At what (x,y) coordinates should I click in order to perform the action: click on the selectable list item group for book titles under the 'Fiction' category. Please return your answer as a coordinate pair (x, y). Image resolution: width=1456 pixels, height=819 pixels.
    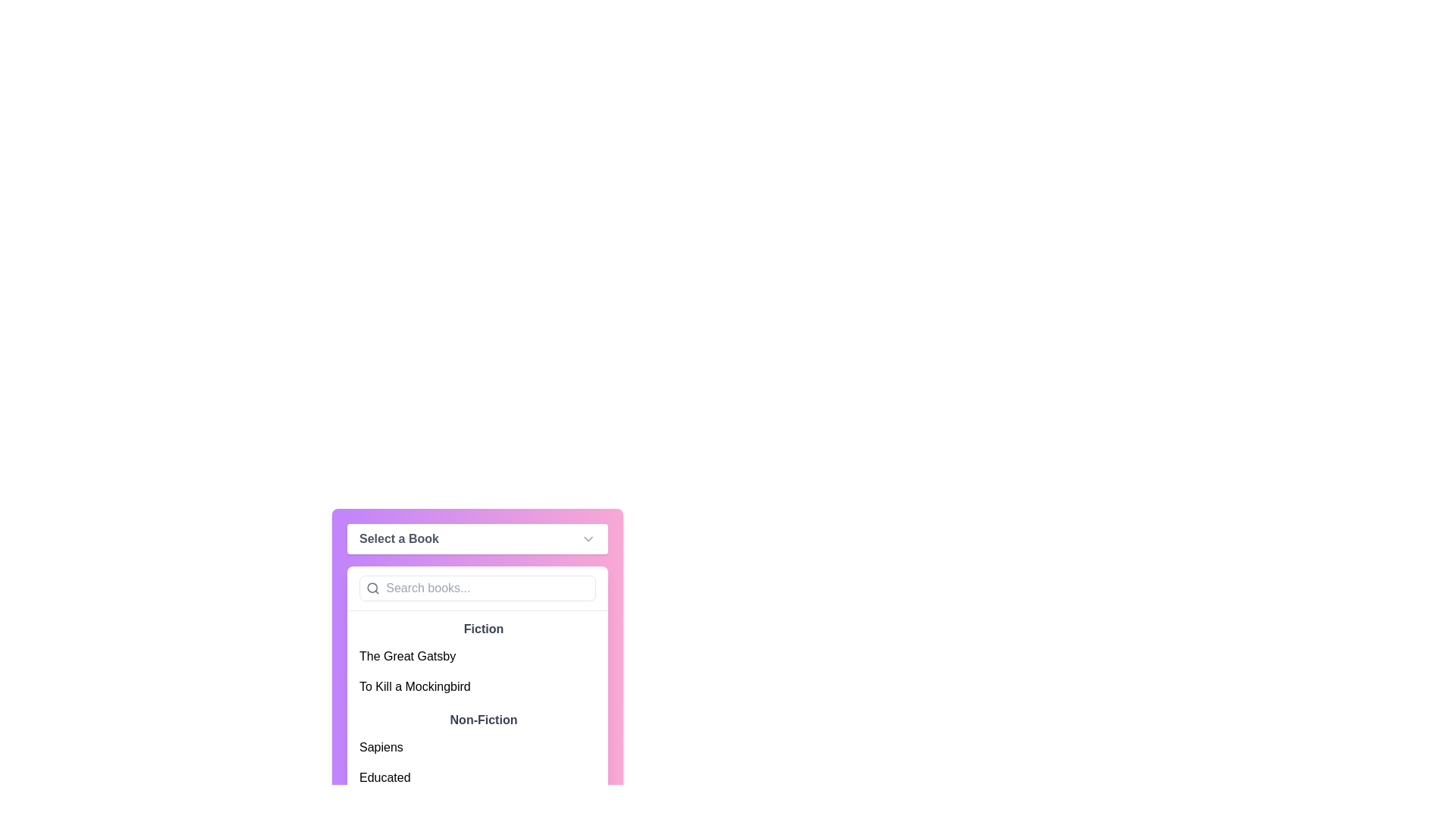
    Looking at the image, I should click on (476, 671).